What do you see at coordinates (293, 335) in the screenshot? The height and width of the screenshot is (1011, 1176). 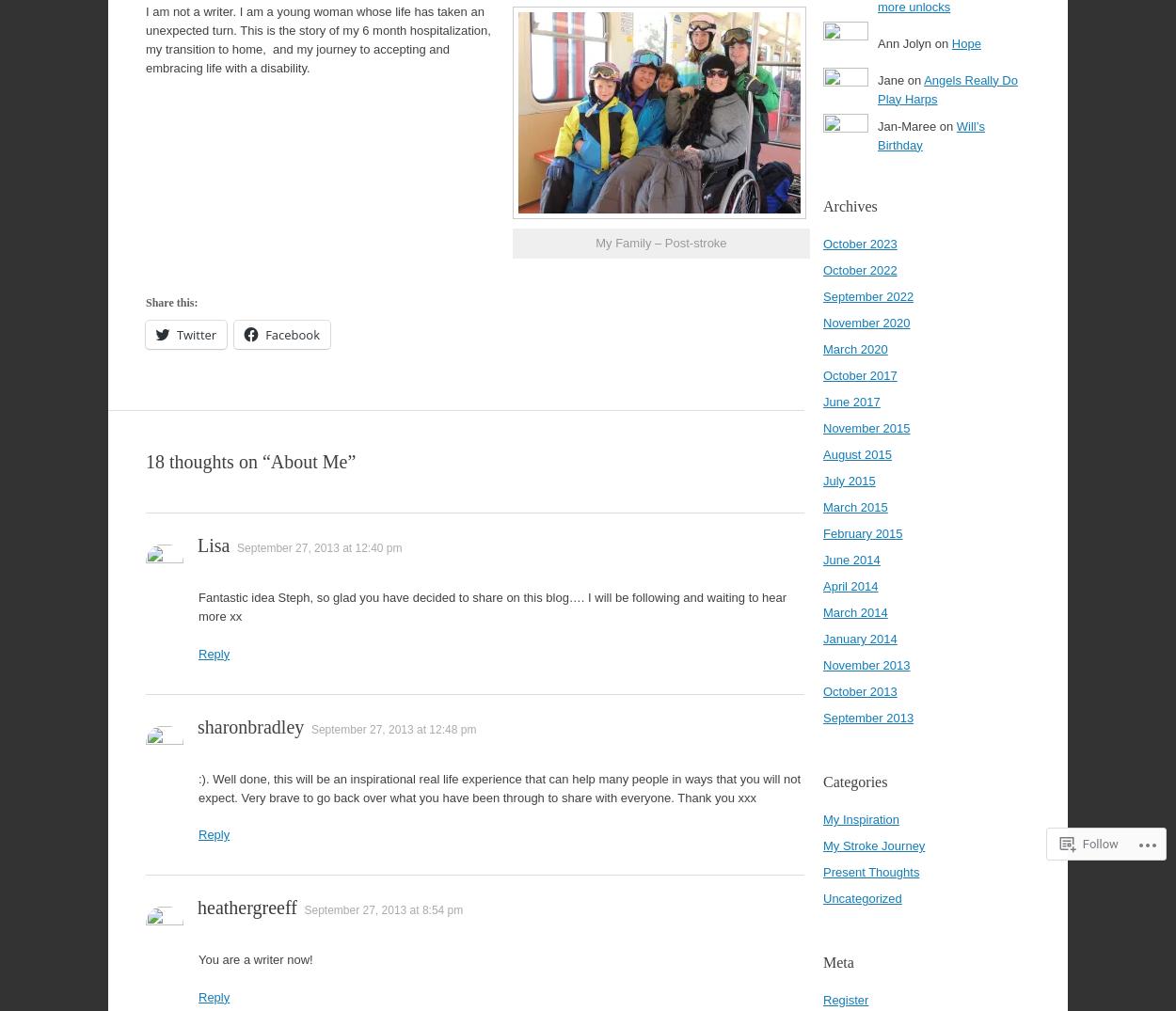 I see `'Facebook'` at bounding box center [293, 335].